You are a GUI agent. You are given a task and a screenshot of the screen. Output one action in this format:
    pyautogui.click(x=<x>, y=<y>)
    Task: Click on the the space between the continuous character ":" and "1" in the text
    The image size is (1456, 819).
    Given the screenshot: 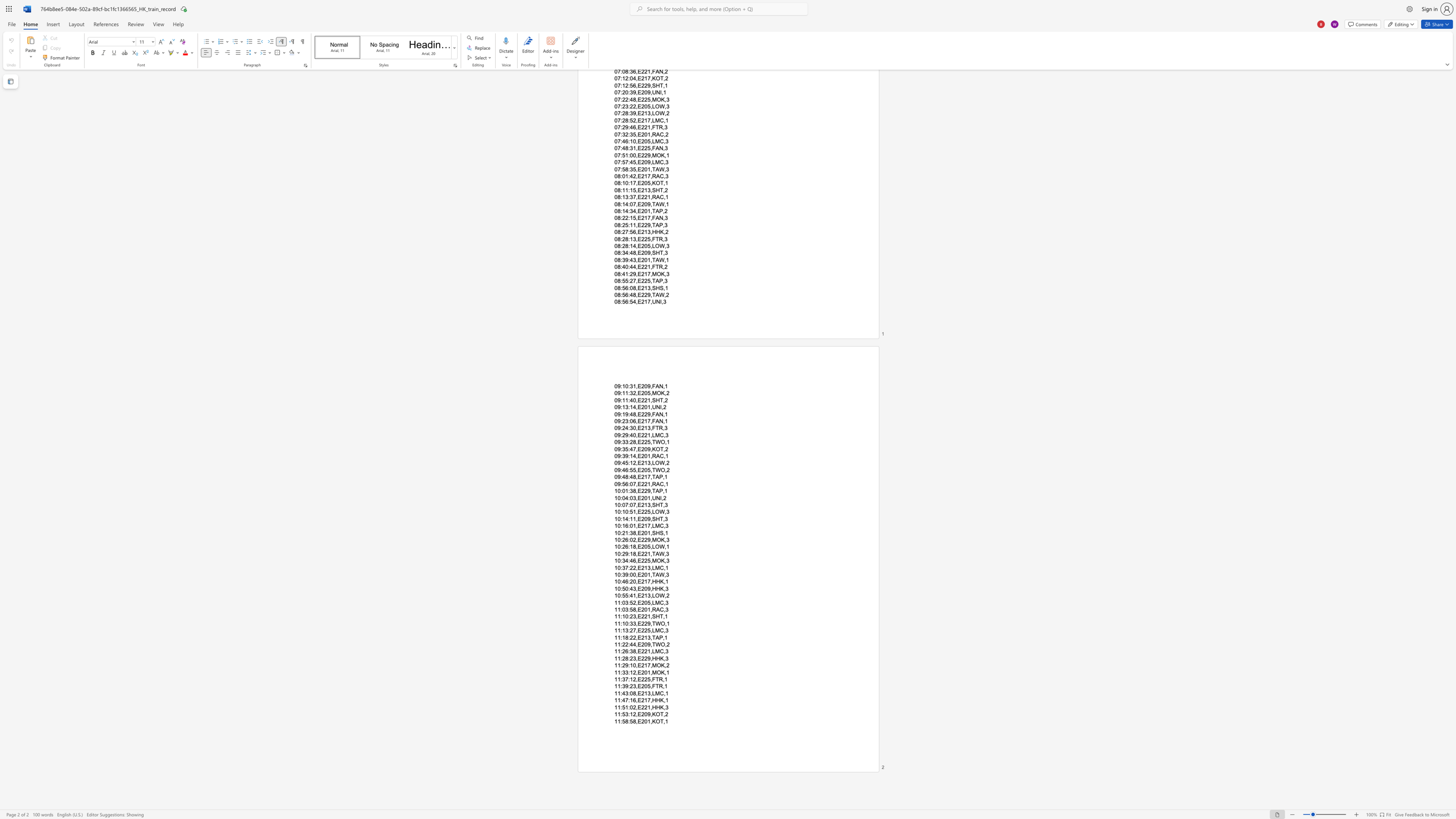 What is the action you would take?
    pyautogui.click(x=630, y=714)
    